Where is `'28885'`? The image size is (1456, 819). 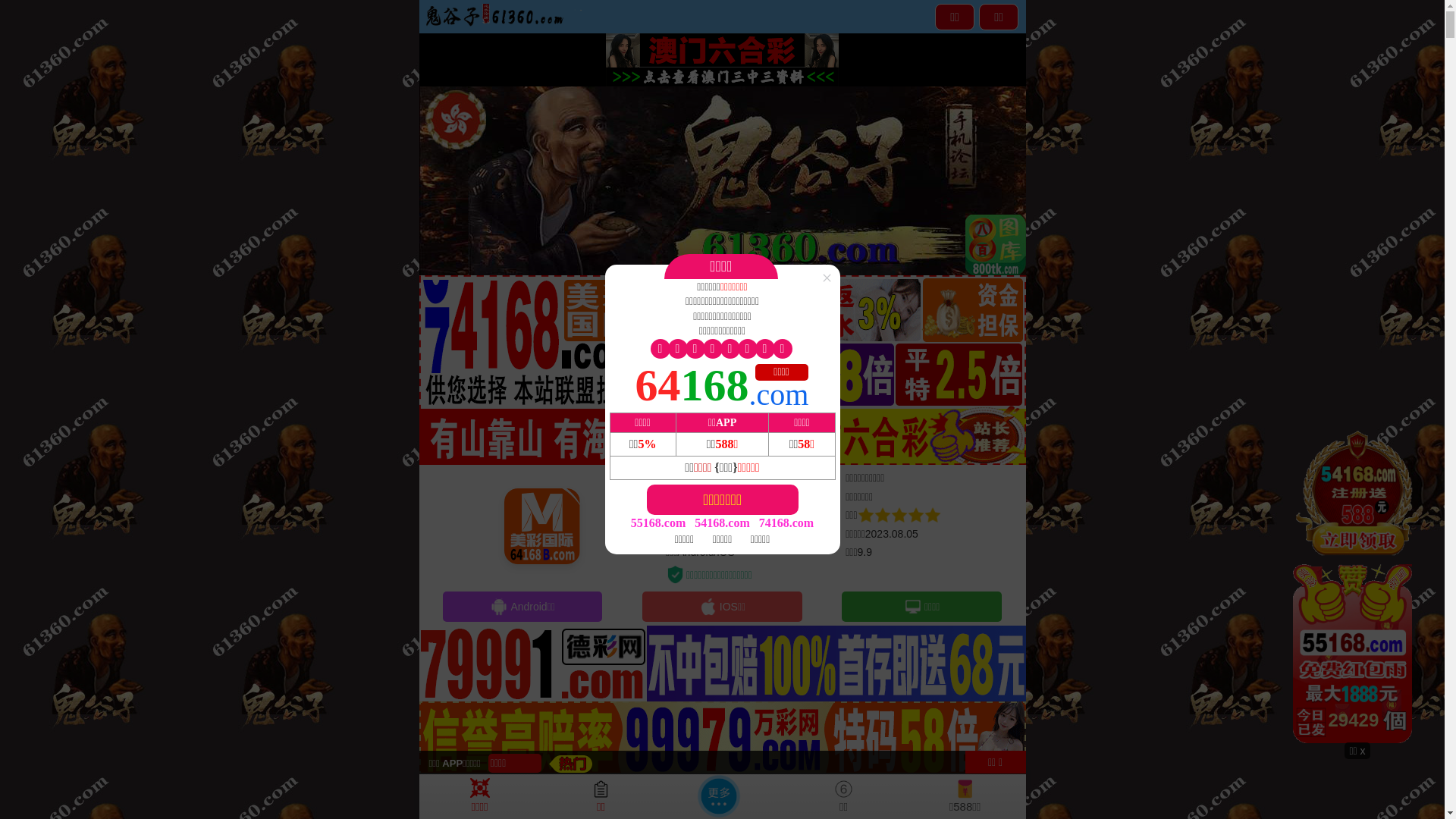
'28885' is located at coordinates (1357, 584).